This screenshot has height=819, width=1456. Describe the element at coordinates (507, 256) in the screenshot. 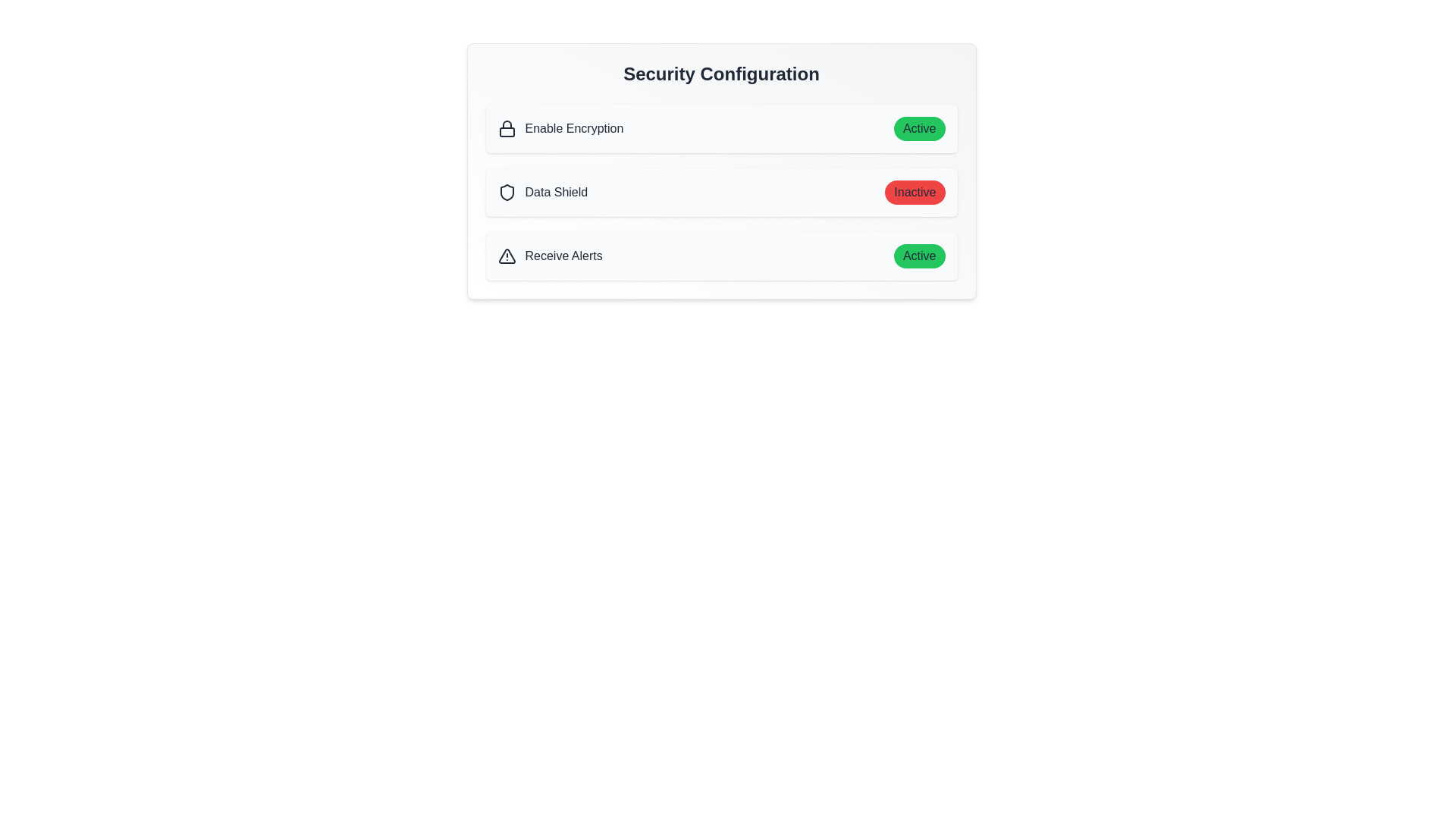

I see `the triangle-shaped warning icon located in the 'Receive Alerts' row, which is the third icon in a horizontal layout next to the 'Receive Alerts' text and an 'Active' button` at that location.